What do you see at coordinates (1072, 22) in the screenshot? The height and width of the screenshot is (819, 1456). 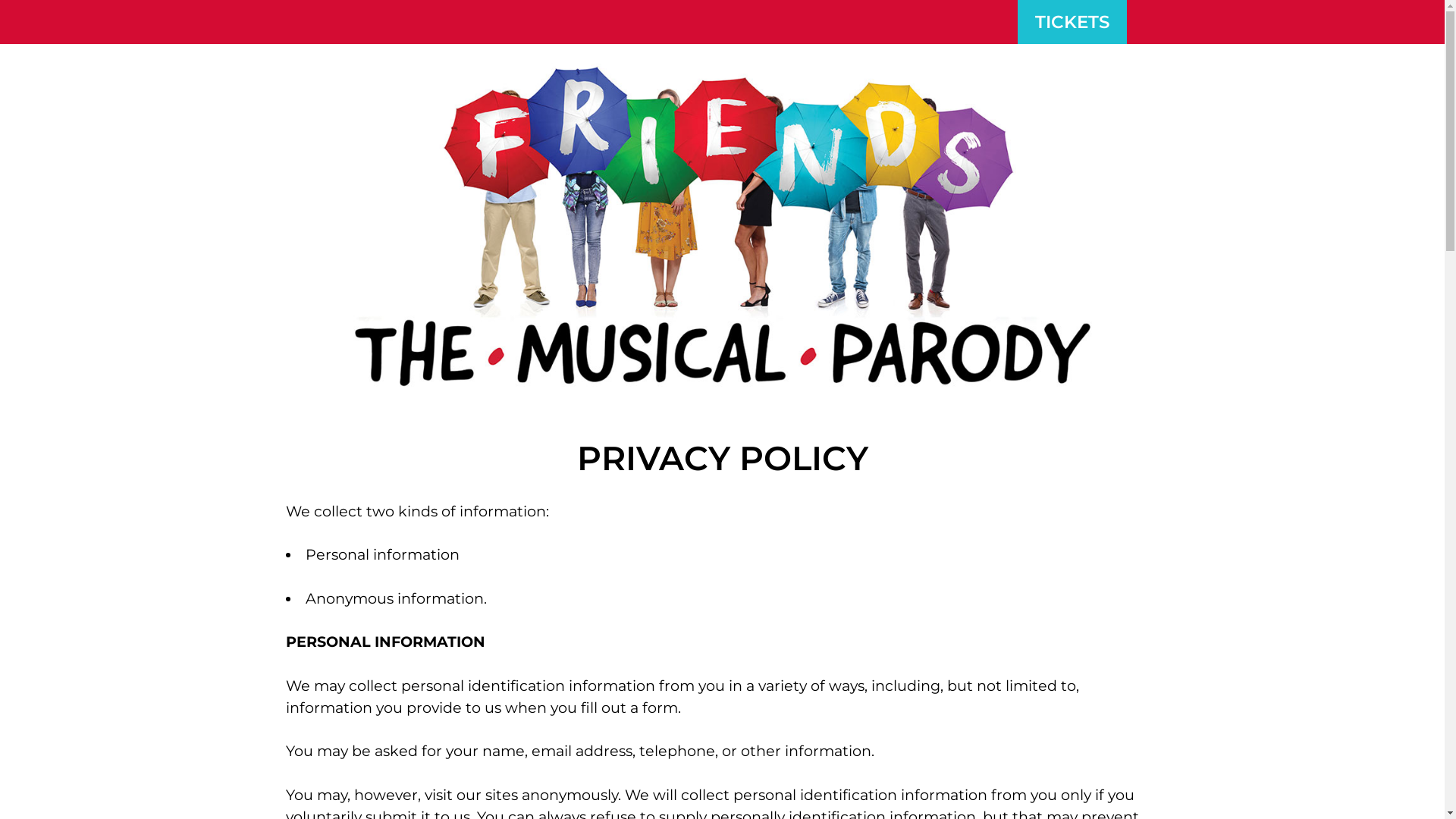 I see `'TICKETS'` at bounding box center [1072, 22].